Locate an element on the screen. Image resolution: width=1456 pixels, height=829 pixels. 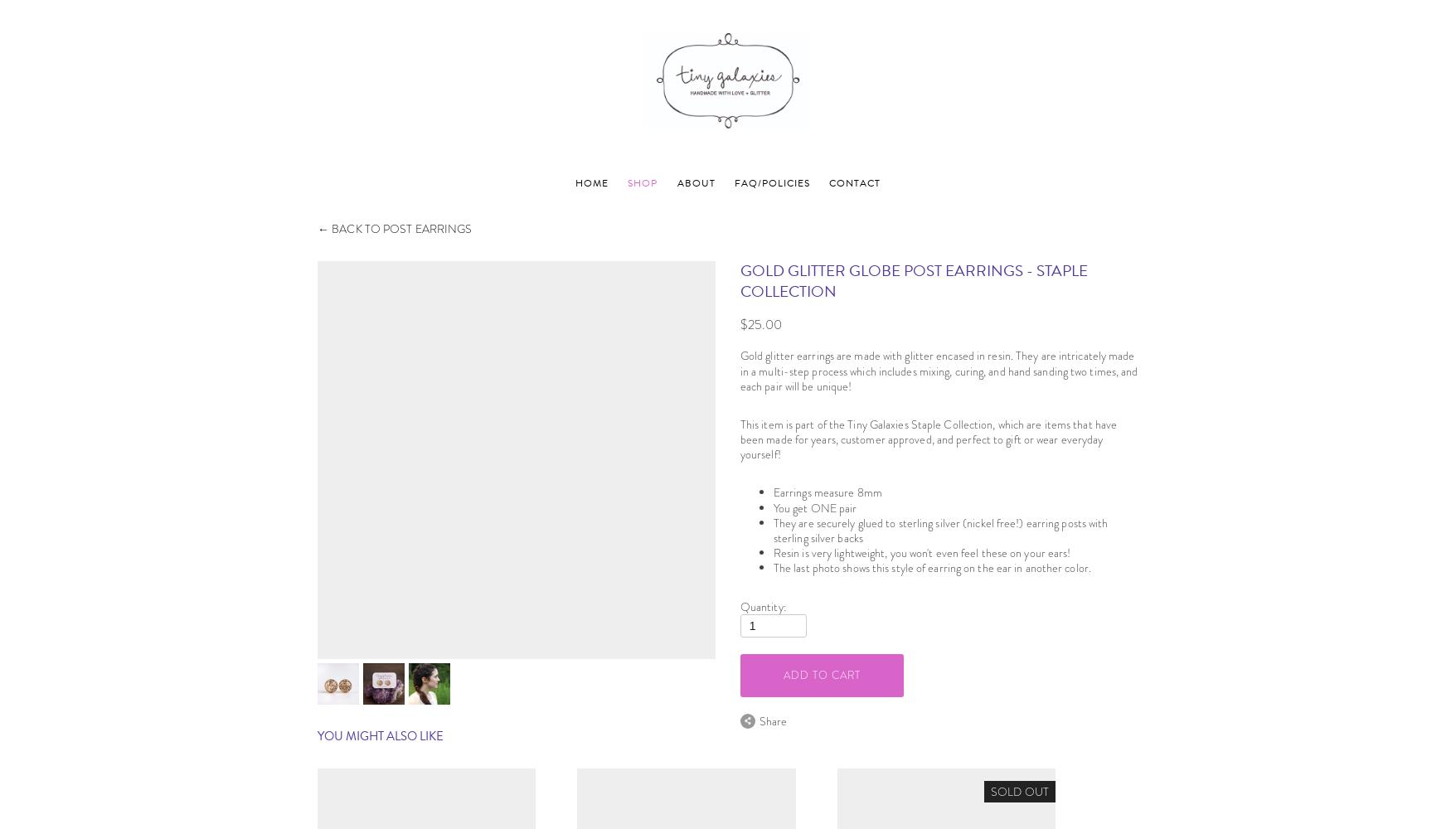
'sold out' is located at coordinates (1018, 790).